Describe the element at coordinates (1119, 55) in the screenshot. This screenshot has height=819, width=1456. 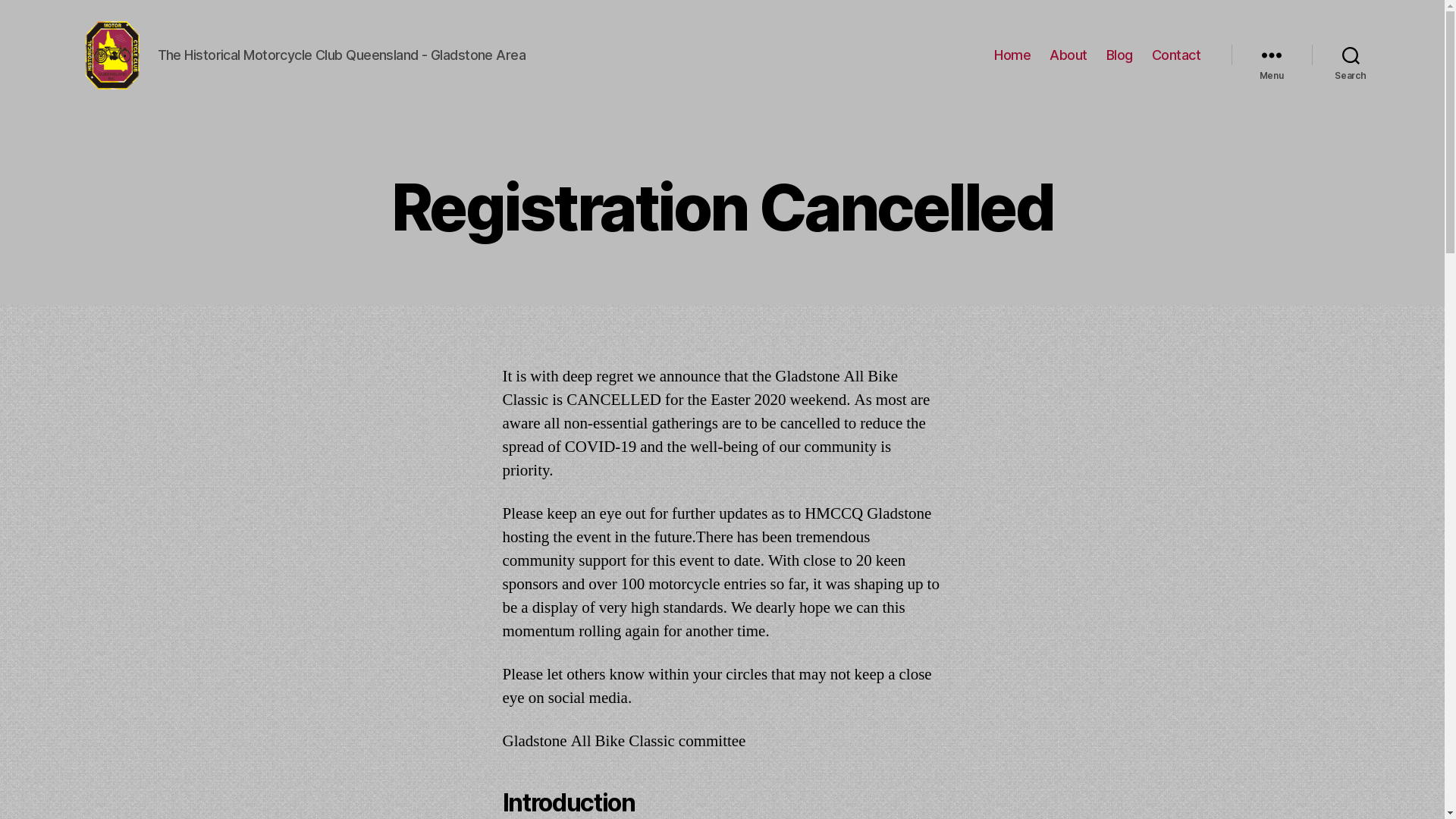
I see `'Blog'` at that location.